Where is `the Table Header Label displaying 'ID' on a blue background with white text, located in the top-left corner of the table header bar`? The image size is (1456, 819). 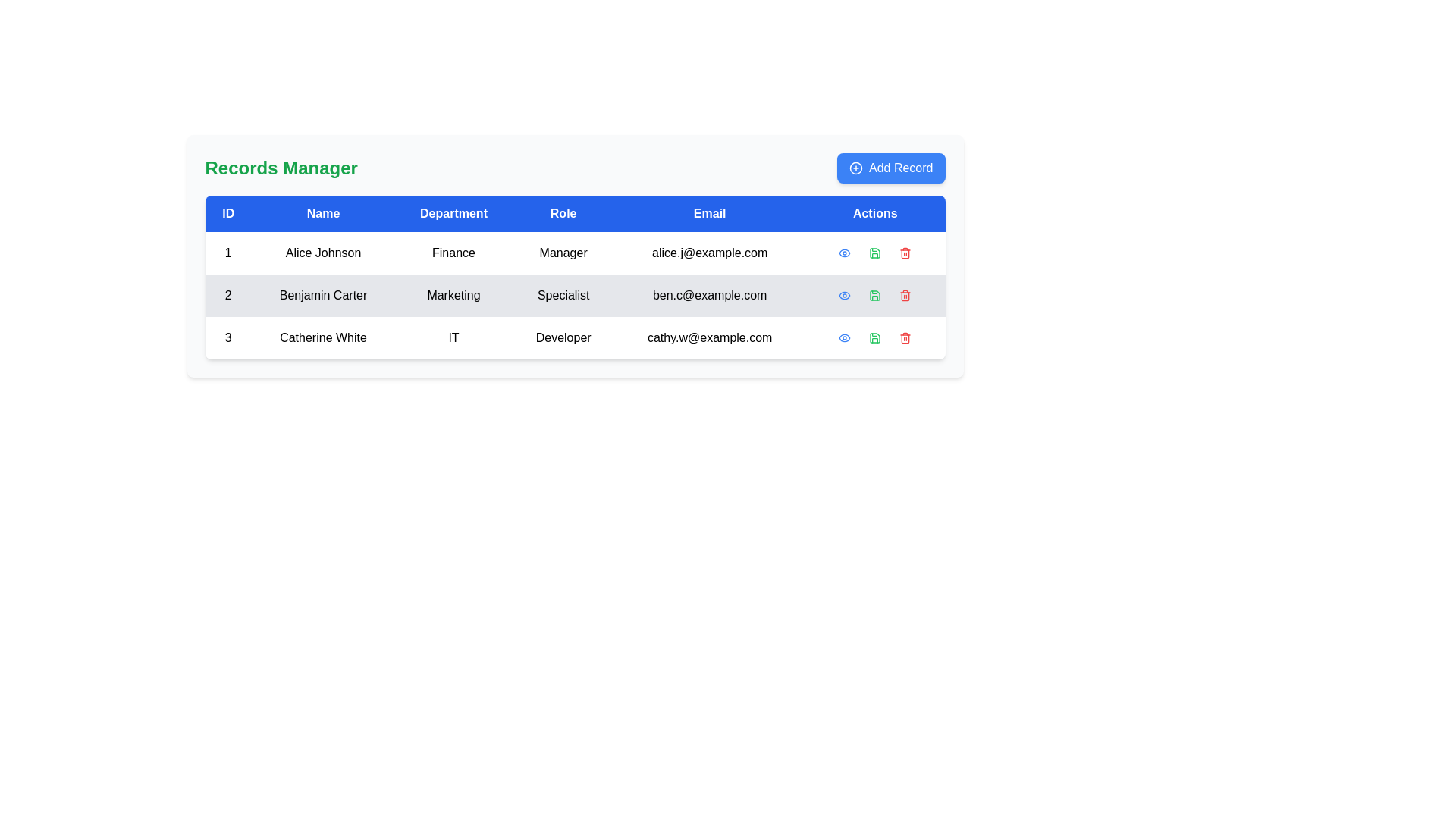
the Table Header Label displaying 'ID' on a blue background with white text, located in the top-left corner of the table header bar is located at coordinates (227, 213).